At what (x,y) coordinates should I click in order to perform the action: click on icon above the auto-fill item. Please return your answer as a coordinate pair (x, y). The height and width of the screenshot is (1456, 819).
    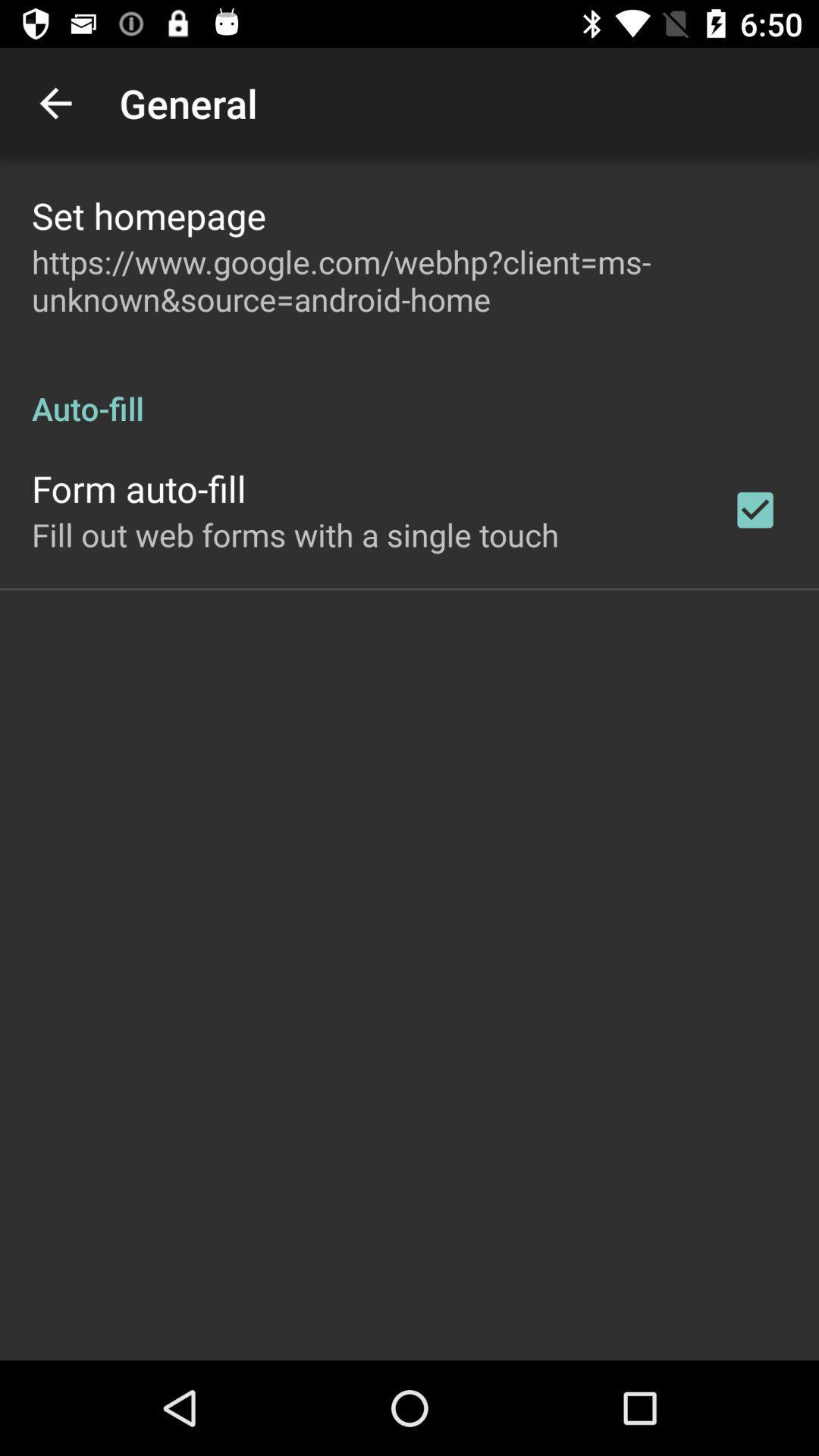
    Looking at the image, I should click on (409, 280).